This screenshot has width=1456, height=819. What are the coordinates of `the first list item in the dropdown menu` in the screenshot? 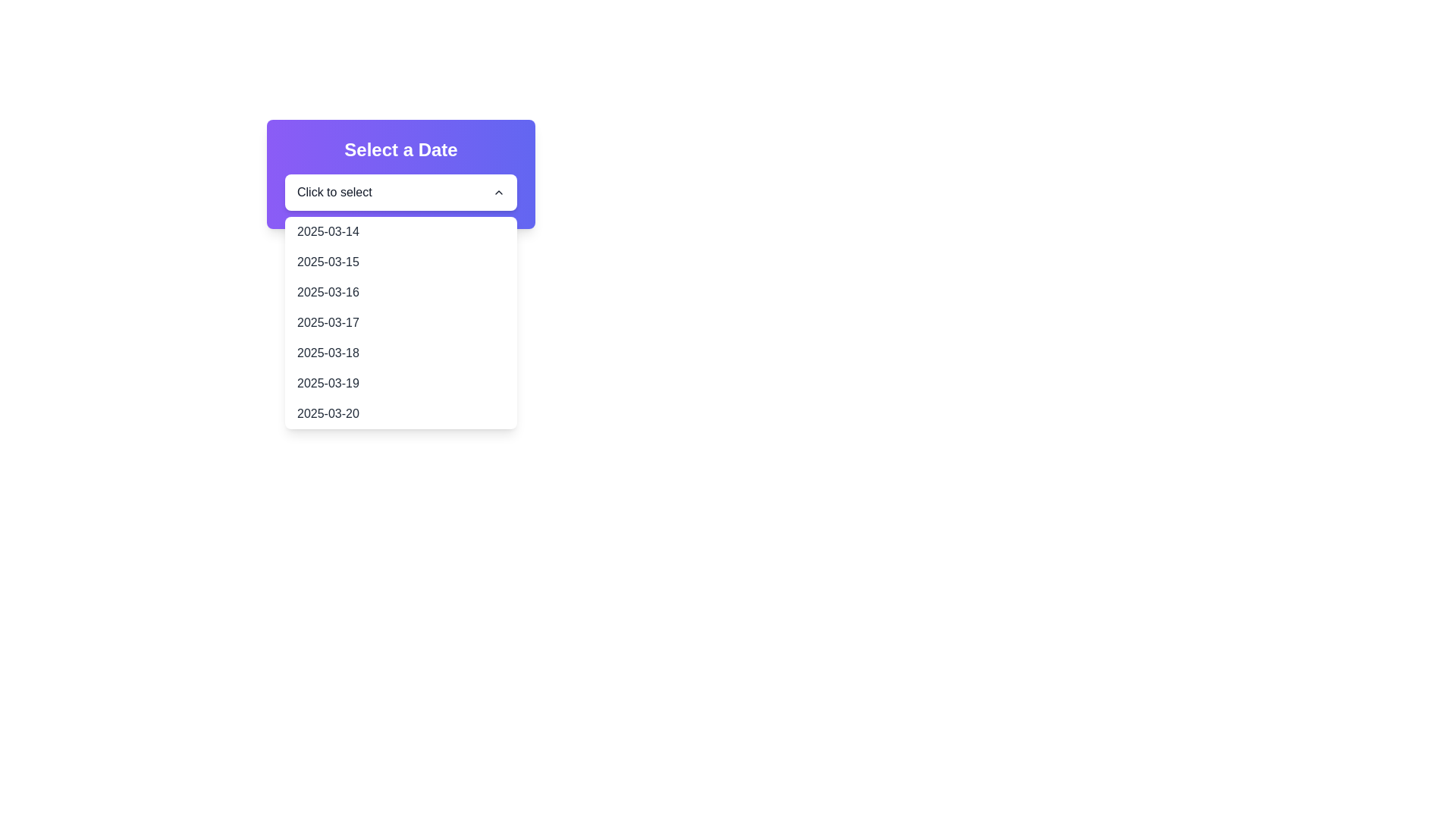 It's located at (400, 231).